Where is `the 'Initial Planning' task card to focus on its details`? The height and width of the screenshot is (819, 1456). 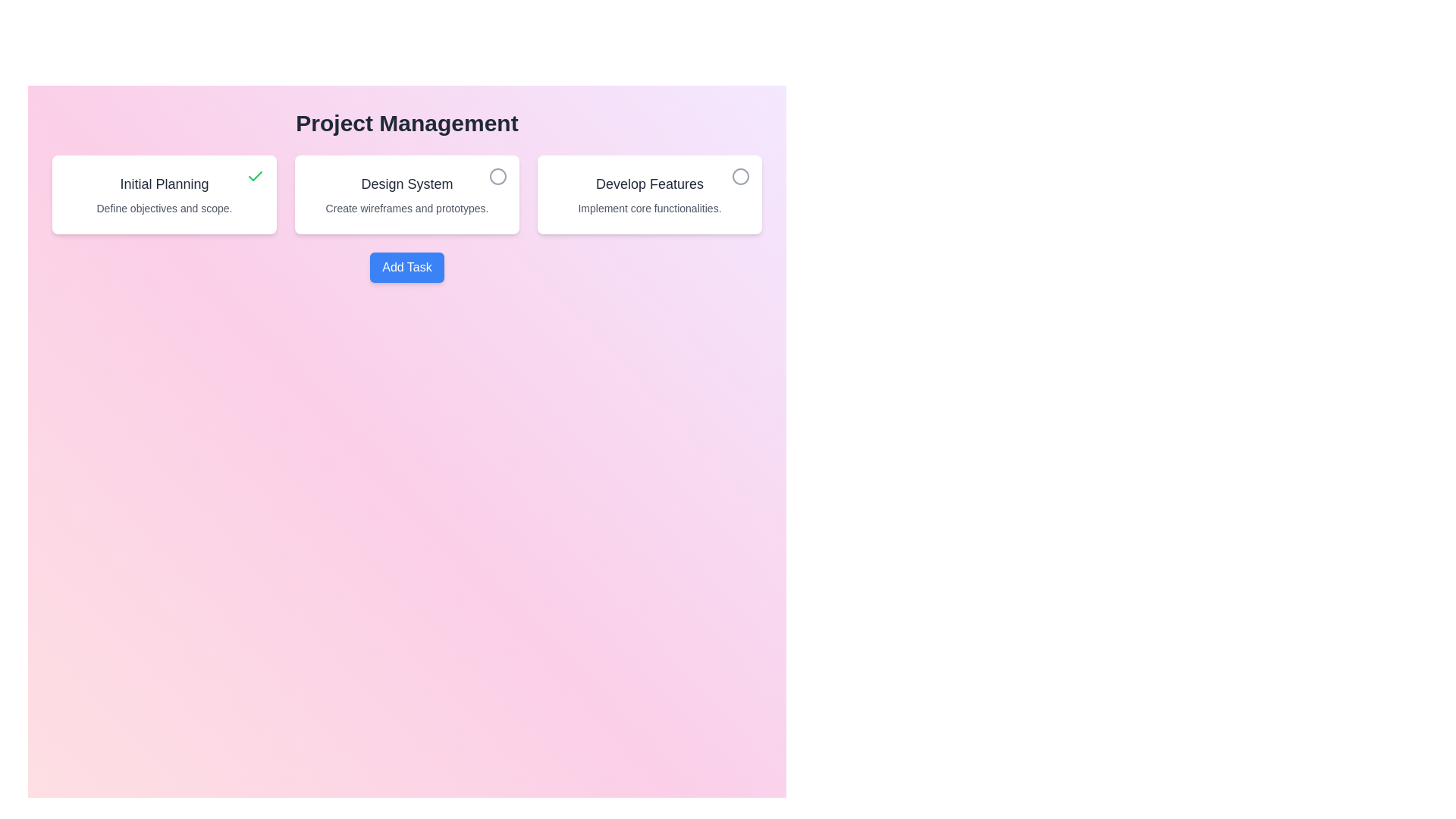 the 'Initial Planning' task card to focus on its details is located at coordinates (164, 194).